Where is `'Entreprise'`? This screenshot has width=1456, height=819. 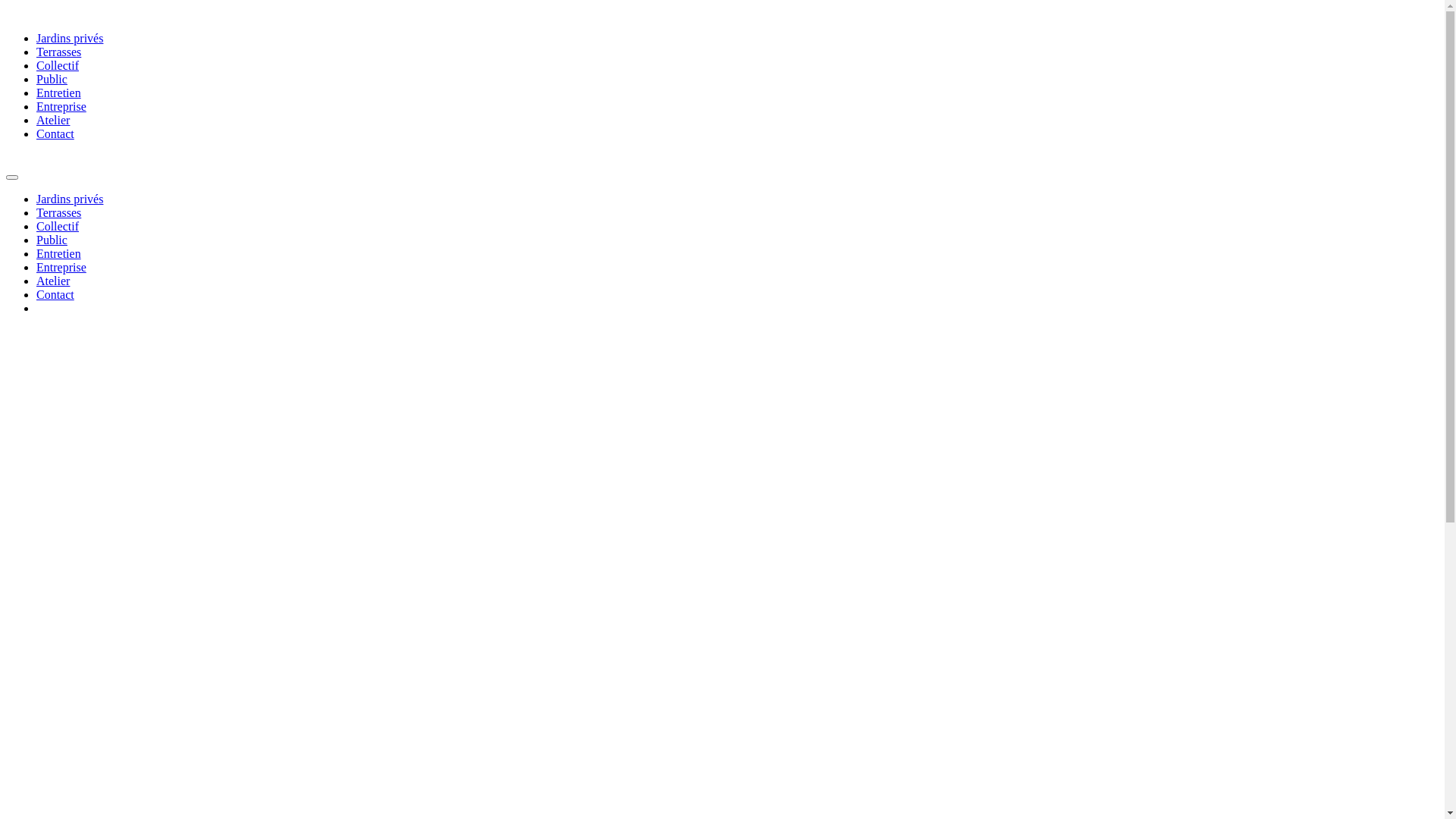 'Entreprise' is located at coordinates (61, 105).